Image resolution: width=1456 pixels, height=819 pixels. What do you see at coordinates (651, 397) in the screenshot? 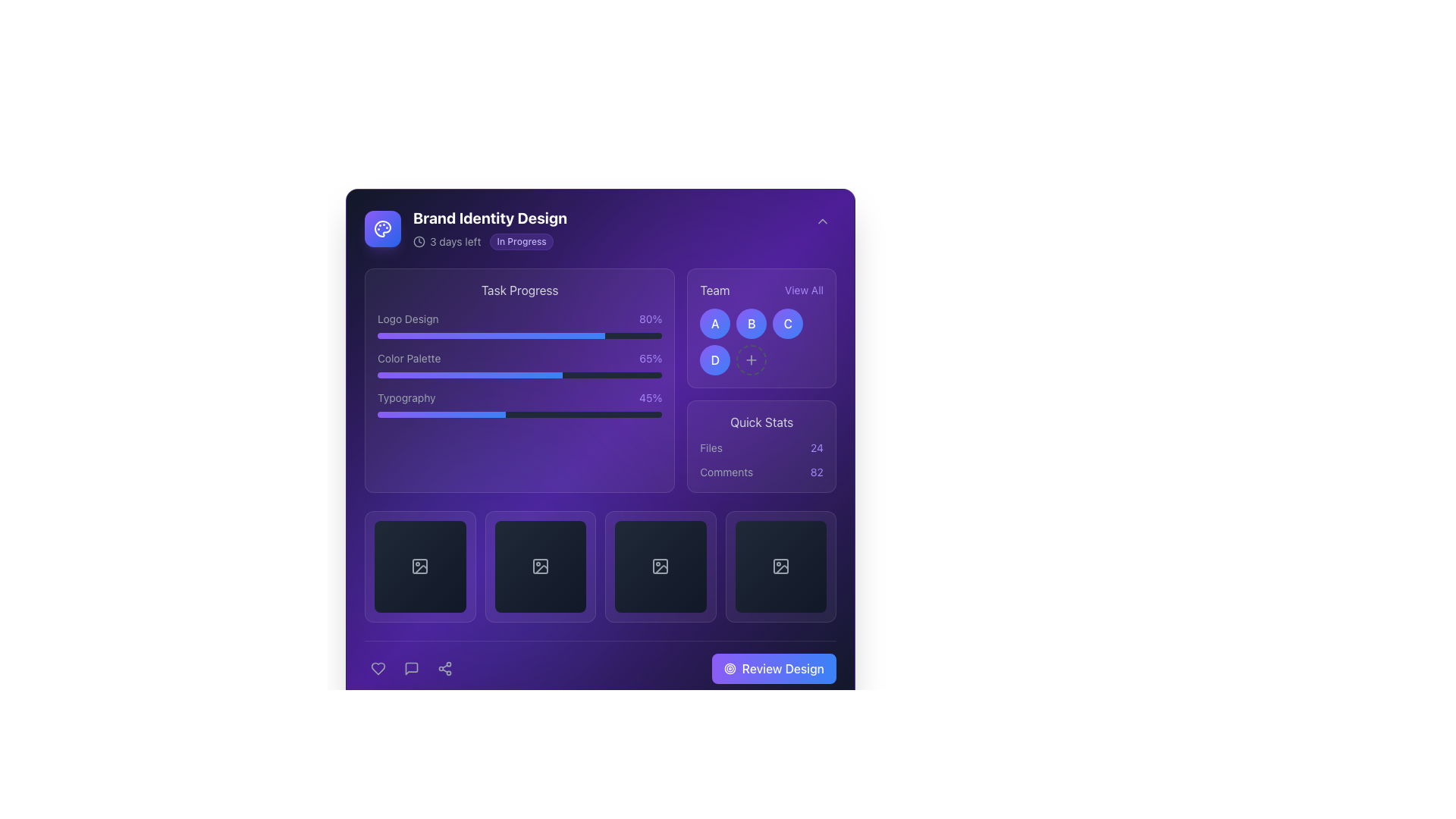
I see `the text label indicating the completion percentage for the 'Typography' task, which is located in the 'Task Progress' section and is the right-aligned text corresponding to the 'Typography' task` at bounding box center [651, 397].